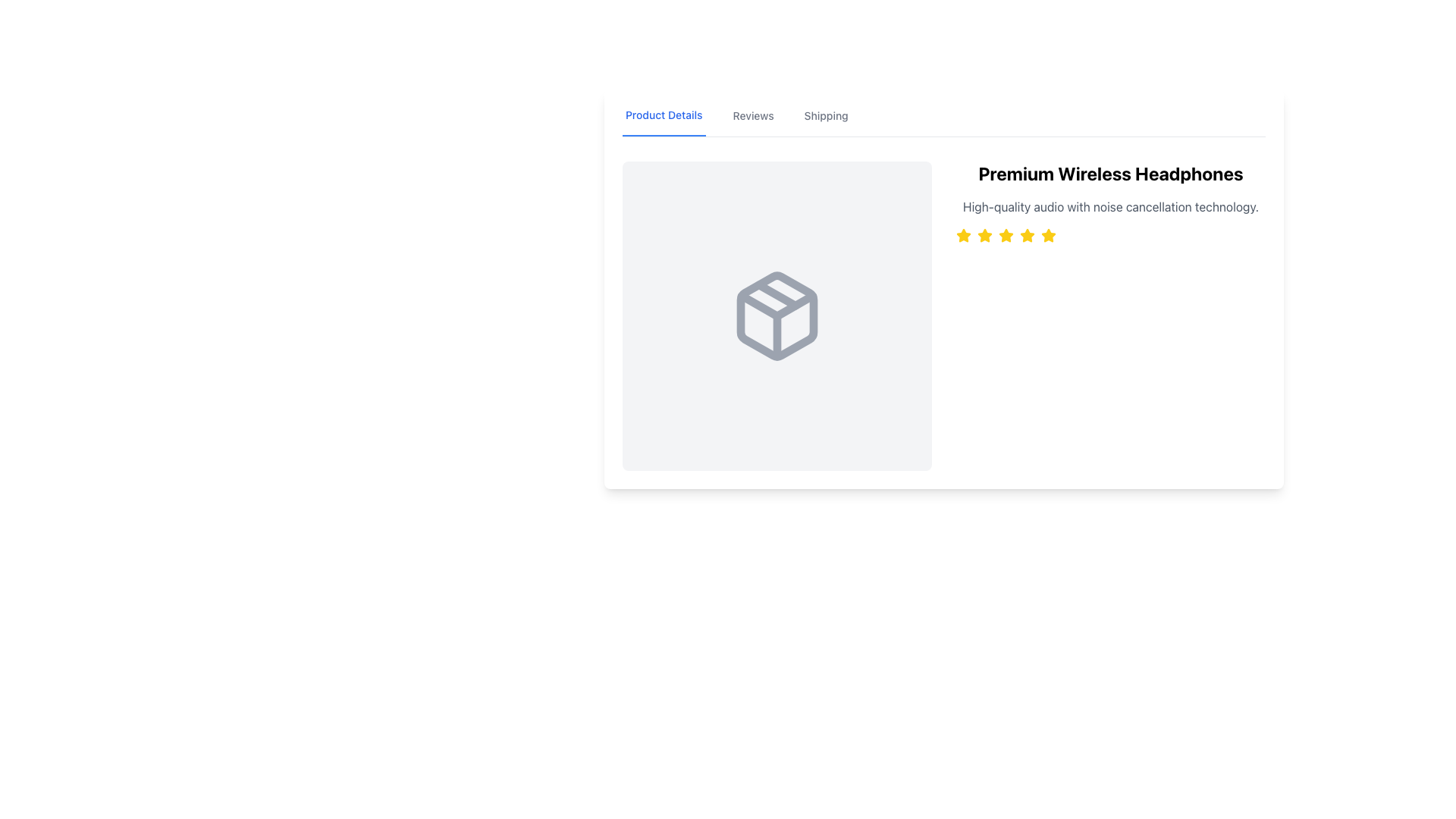 The height and width of the screenshot is (819, 1456). What do you see at coordinates (963, 236) in the screenshot?
I see `the first yellow star icon in the rating indicator located below the title 'Premium Wireless Headphones'` at bounding box center [963, 236].